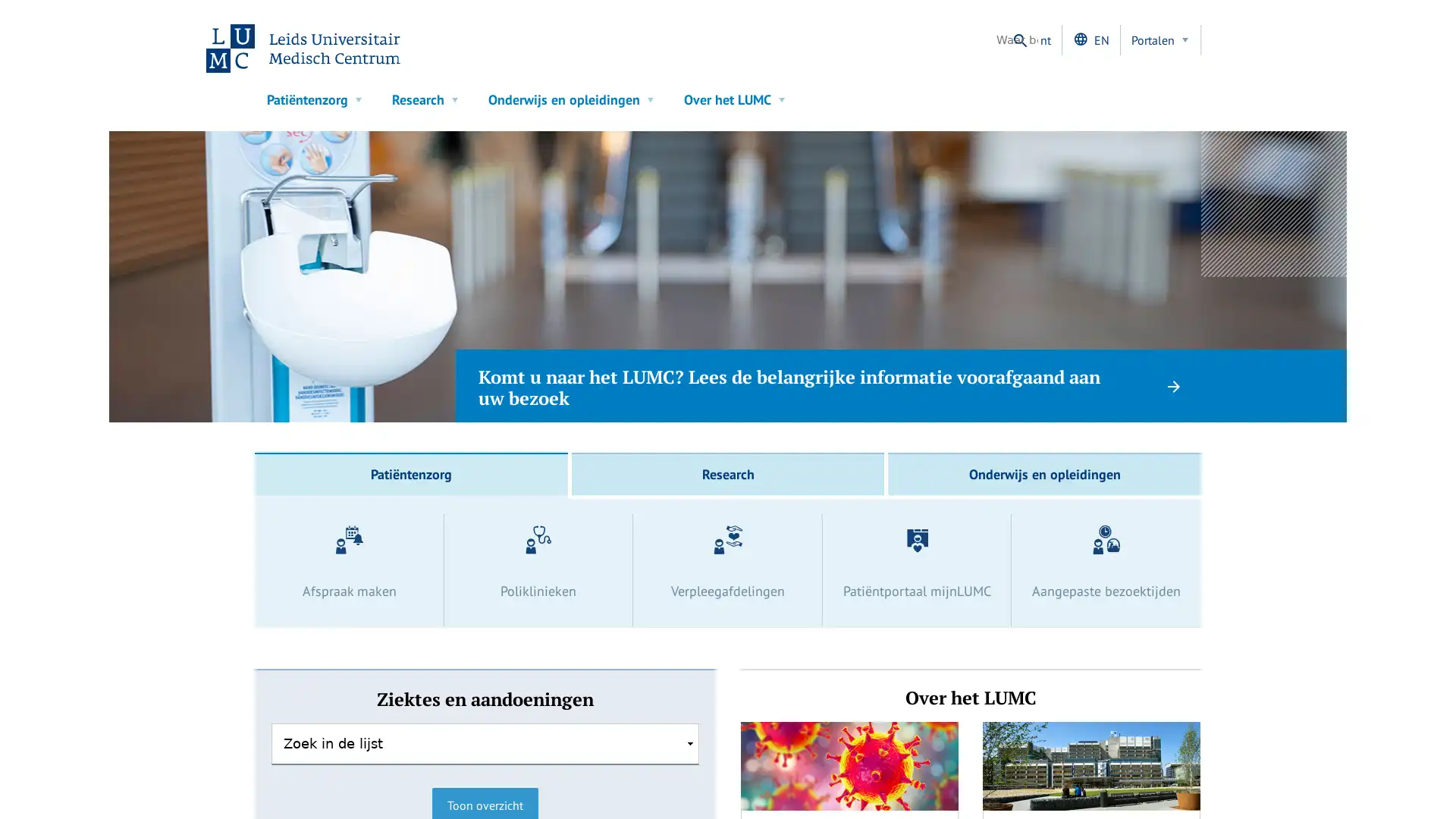  Describe the element at coordinates (1160, 39) in the screenshot. I see `Portalen` at that location.